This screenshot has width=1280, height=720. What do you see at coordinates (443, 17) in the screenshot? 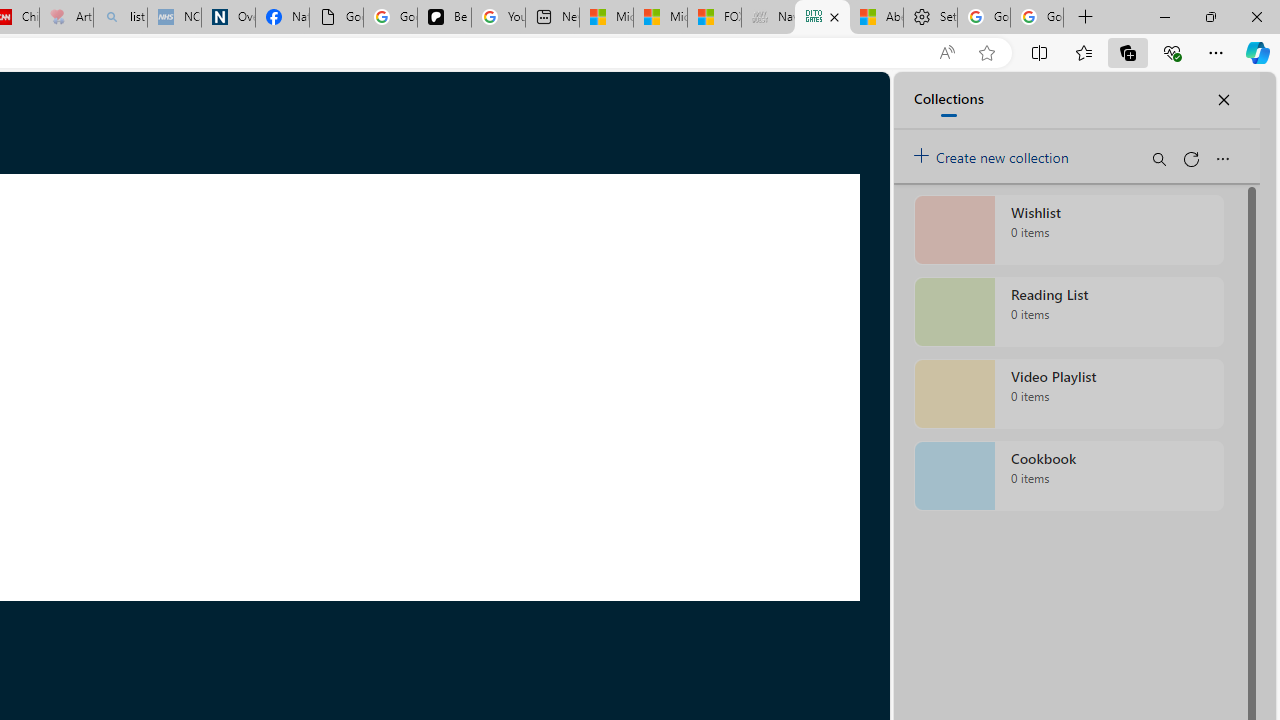
I see `'Be Smart | creating Science videos | Patreon'` at bounding box center [443, 17].